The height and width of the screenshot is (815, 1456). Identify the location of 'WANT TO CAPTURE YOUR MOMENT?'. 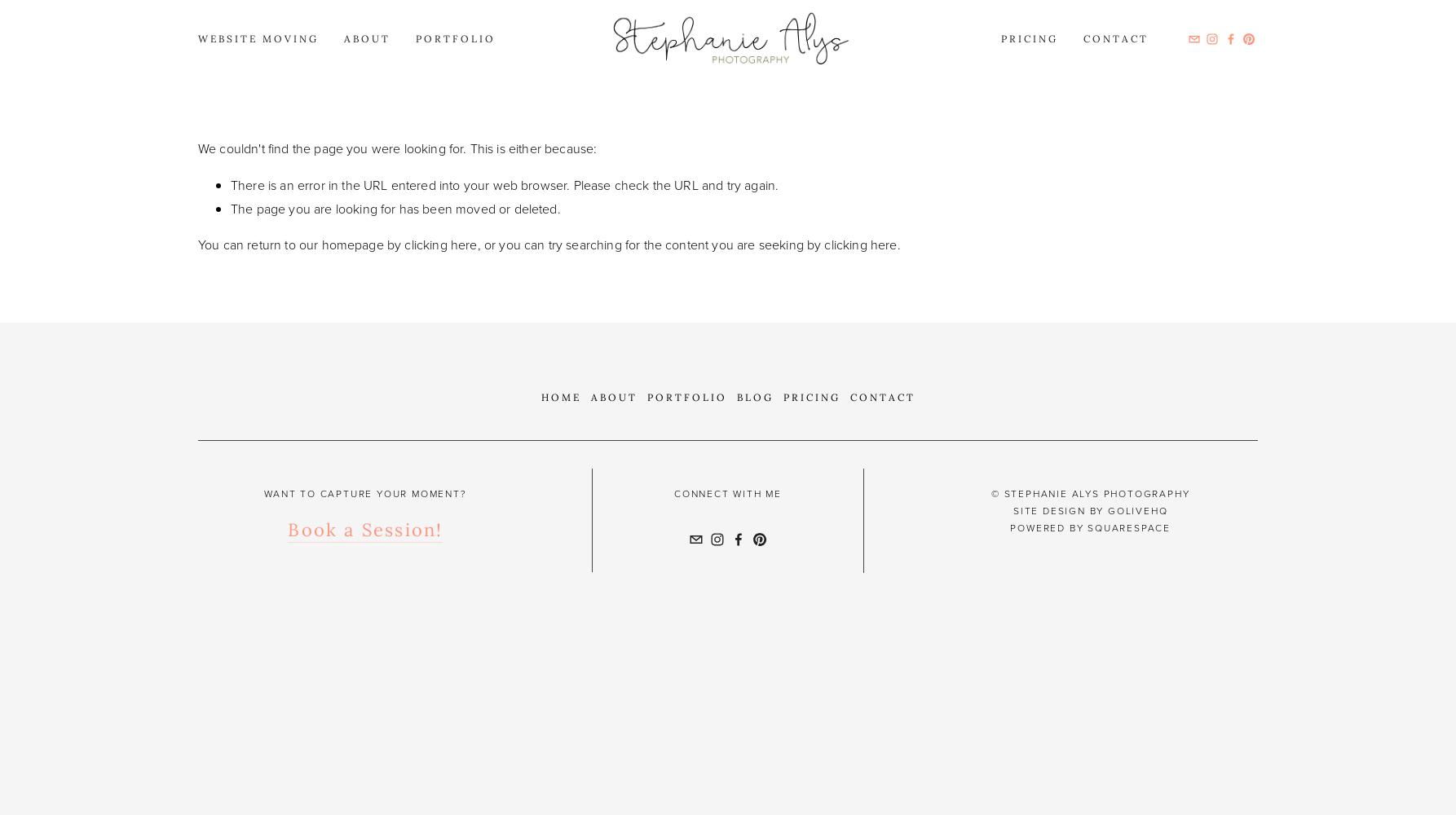
(364, 493).